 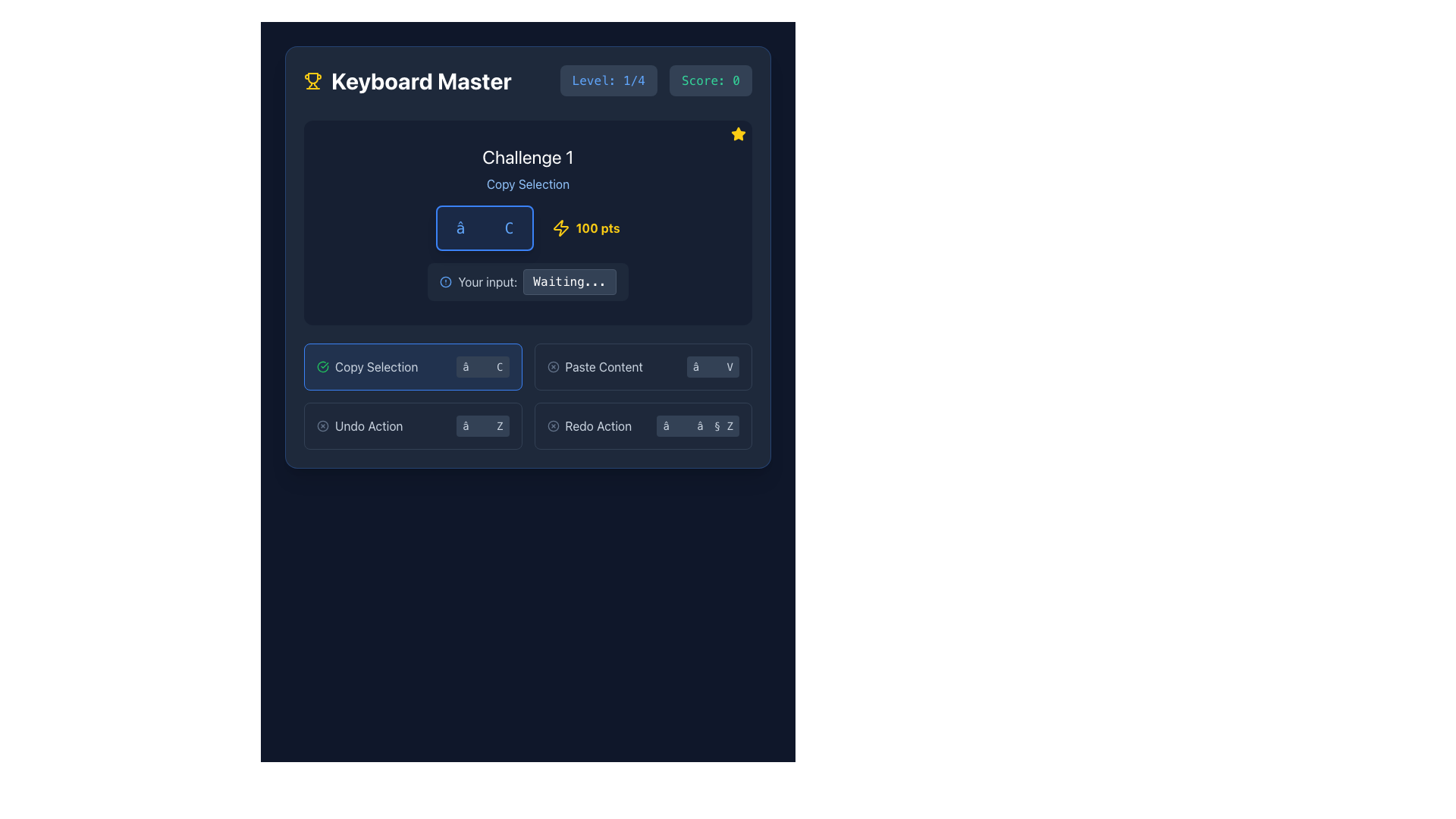 What do you see at coordinates (585, 227) in the screenshot?
I see `the label with icon indicating score or points, located to the right of the blue-highlighted section labeled 'C' in the 'Challenge 1' area` at bounding box center [585, 227].